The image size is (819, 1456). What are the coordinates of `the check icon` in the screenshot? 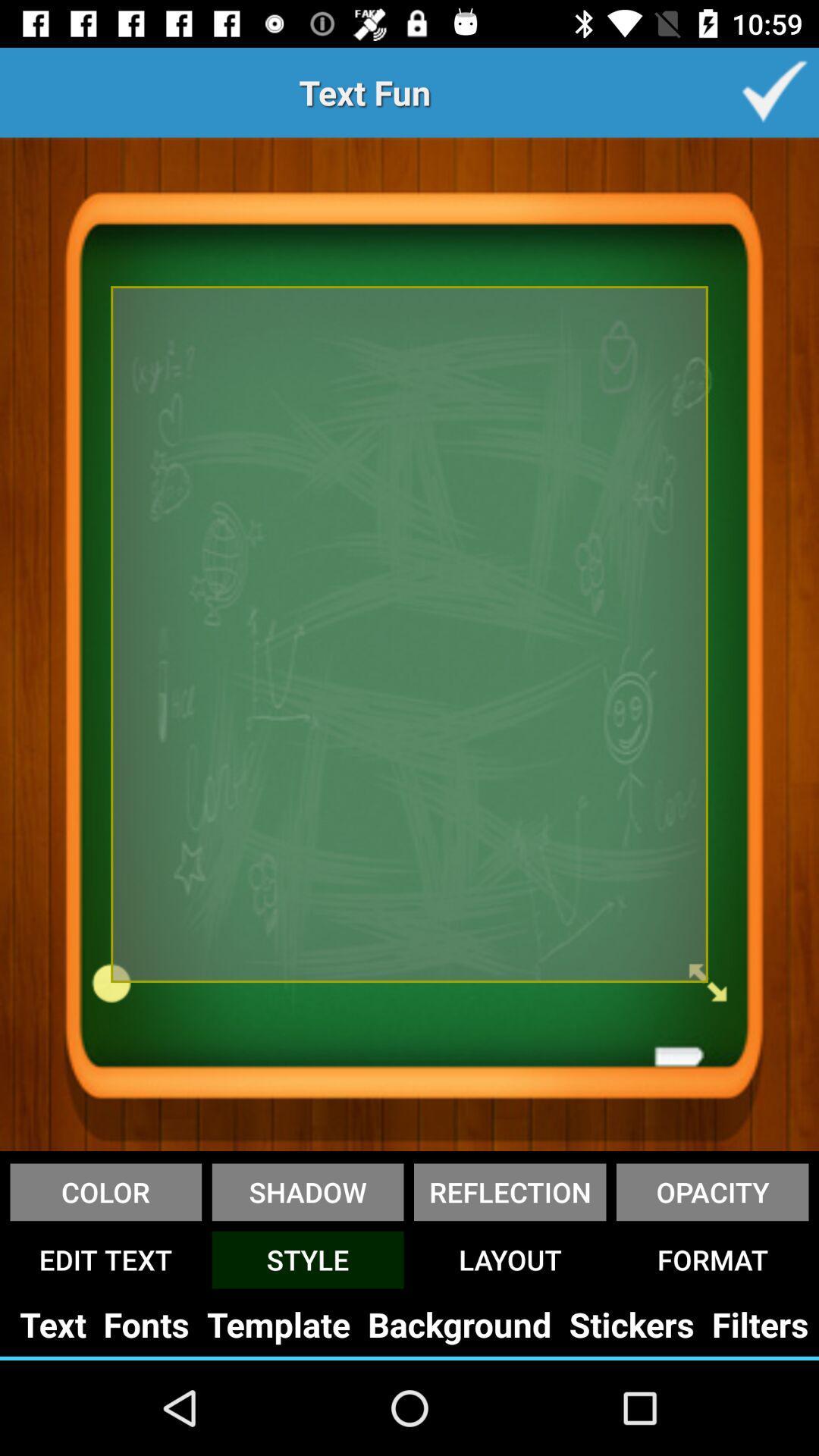 It's located at (774, 91).